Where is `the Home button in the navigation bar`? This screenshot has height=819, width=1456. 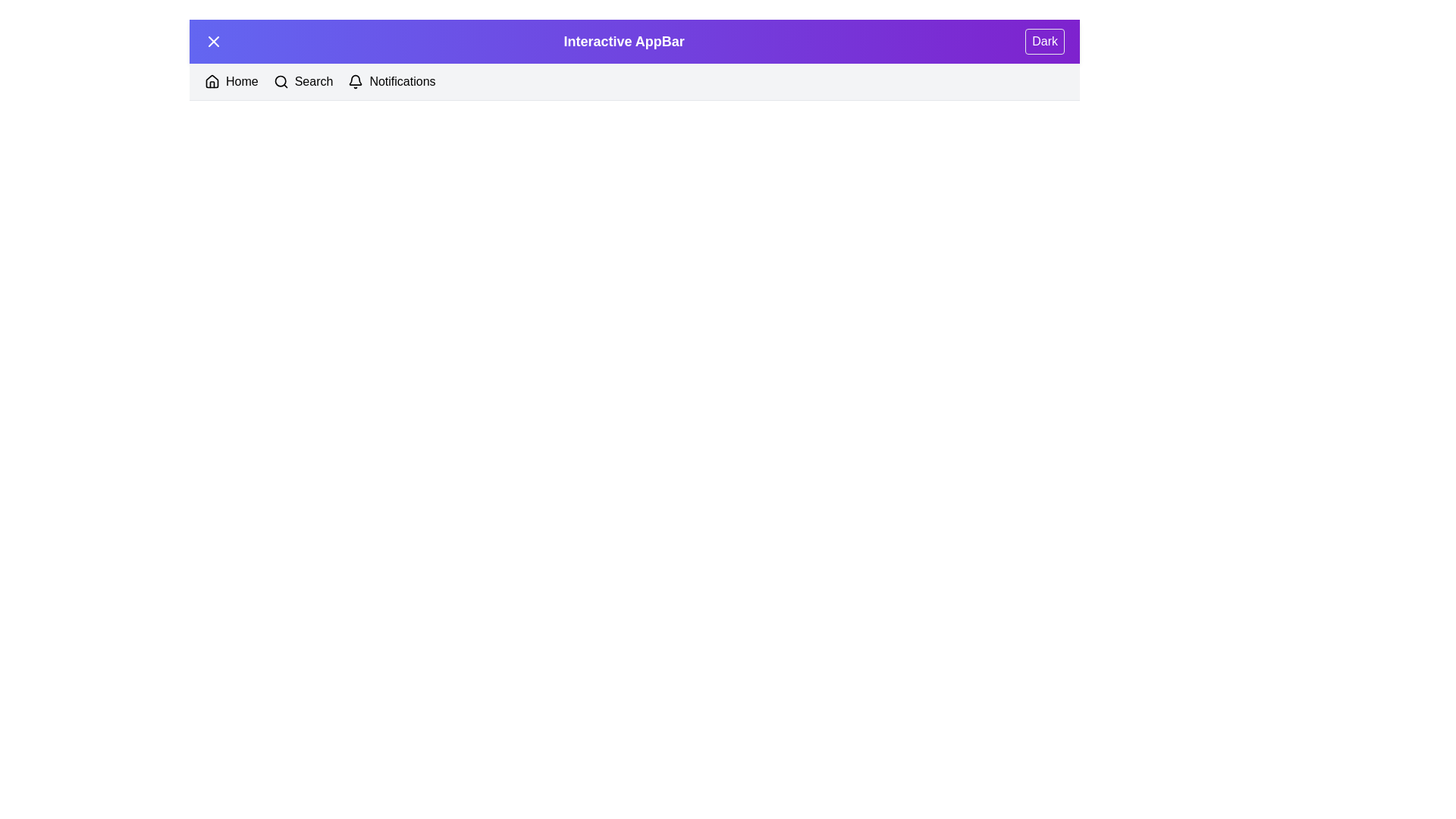 the Home button in the navigation bar is located at coordinates (231, 82).